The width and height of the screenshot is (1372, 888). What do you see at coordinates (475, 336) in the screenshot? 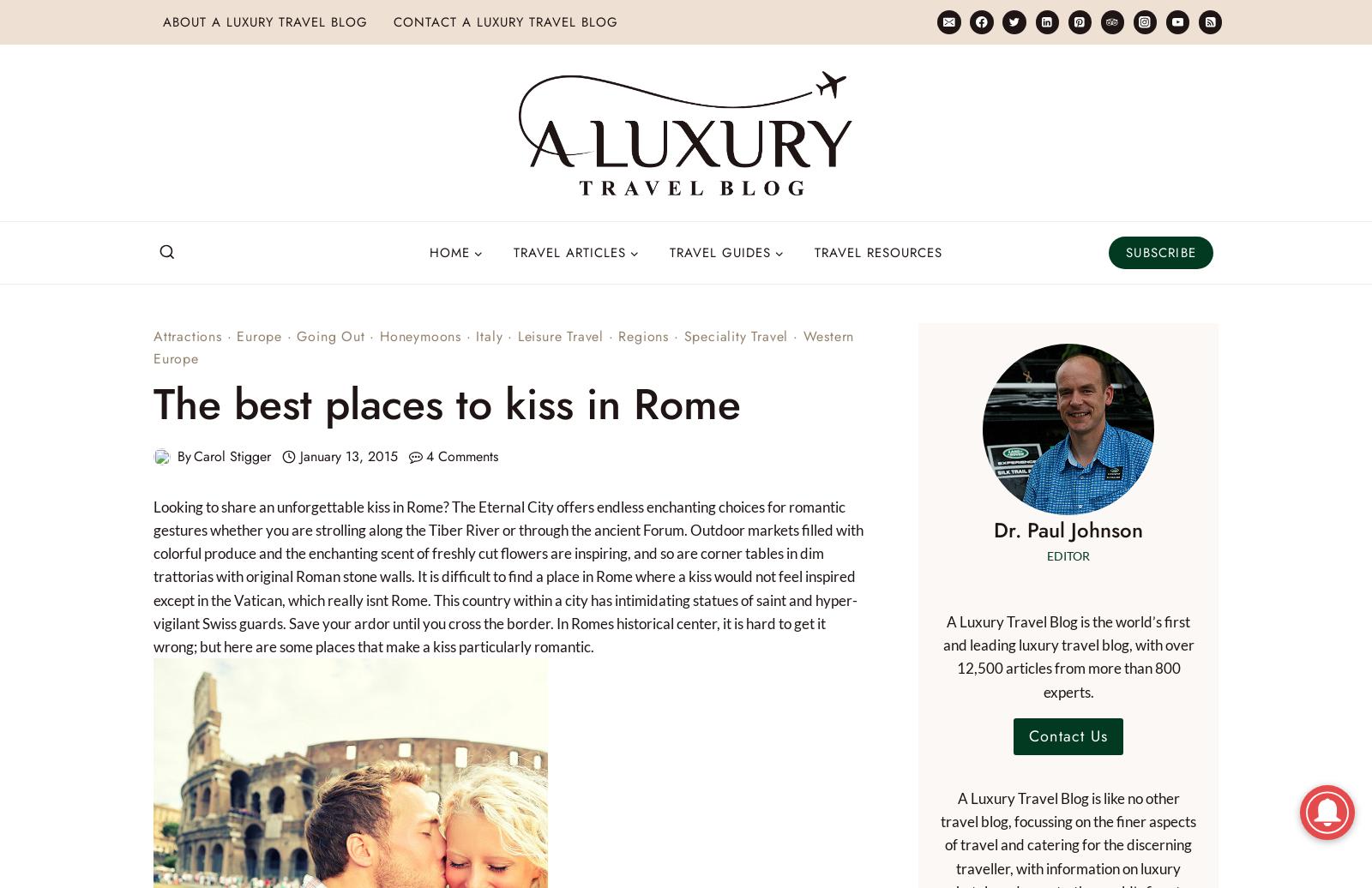
I see `'Italy'` at bounding box center [475, 336].